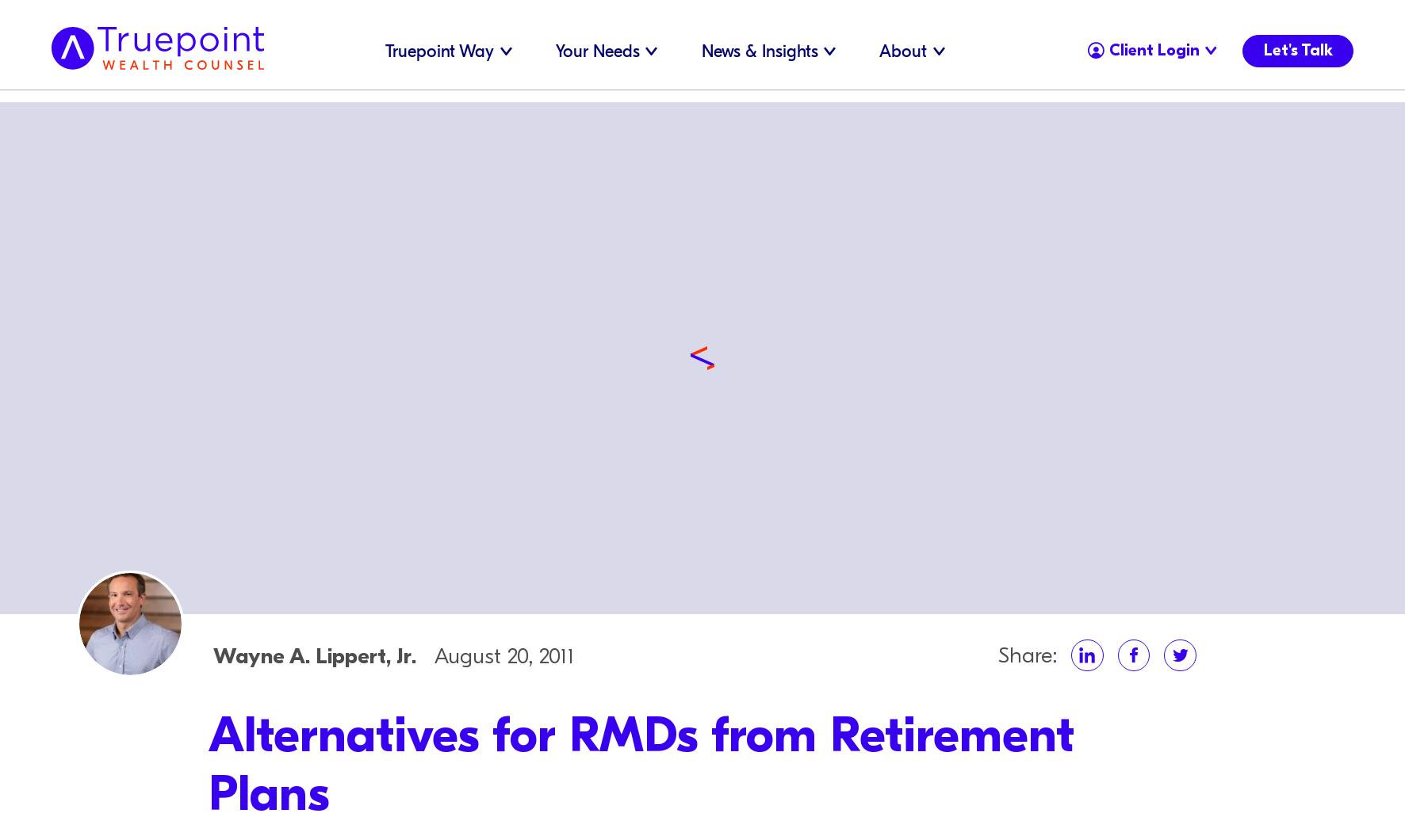 Image resolution: width=1405 pixels, height=840 pixels. I want to click on 'In the News', so click(707, 70).